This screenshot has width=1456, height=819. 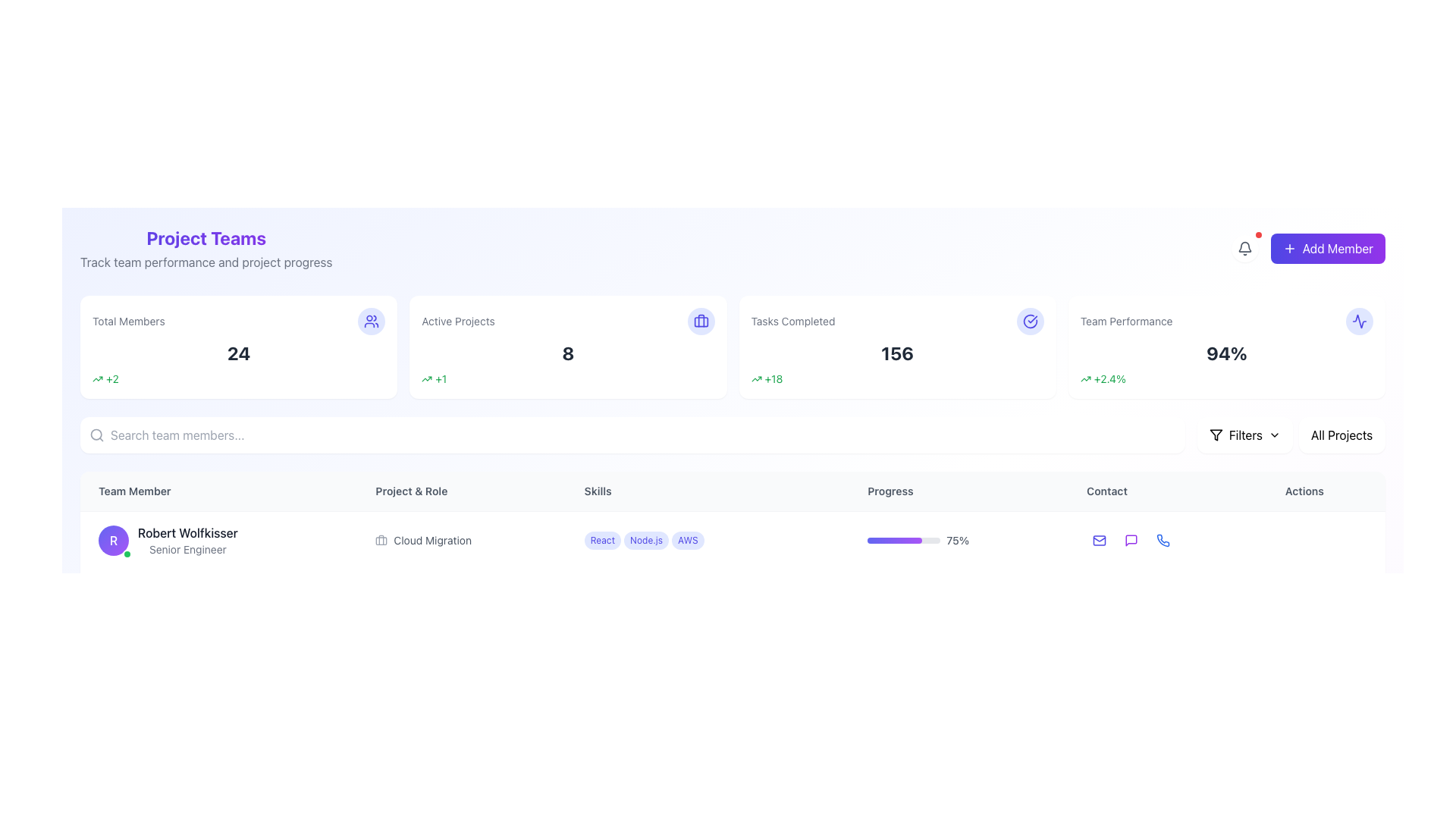 What do you see at coordinates (1360, 321) in the screenshot?
I see `the appearance of the indigo zigzag pattern icon located in the upper-right corner of the 'Team Performance' card` at bounding box center [1360, 321].